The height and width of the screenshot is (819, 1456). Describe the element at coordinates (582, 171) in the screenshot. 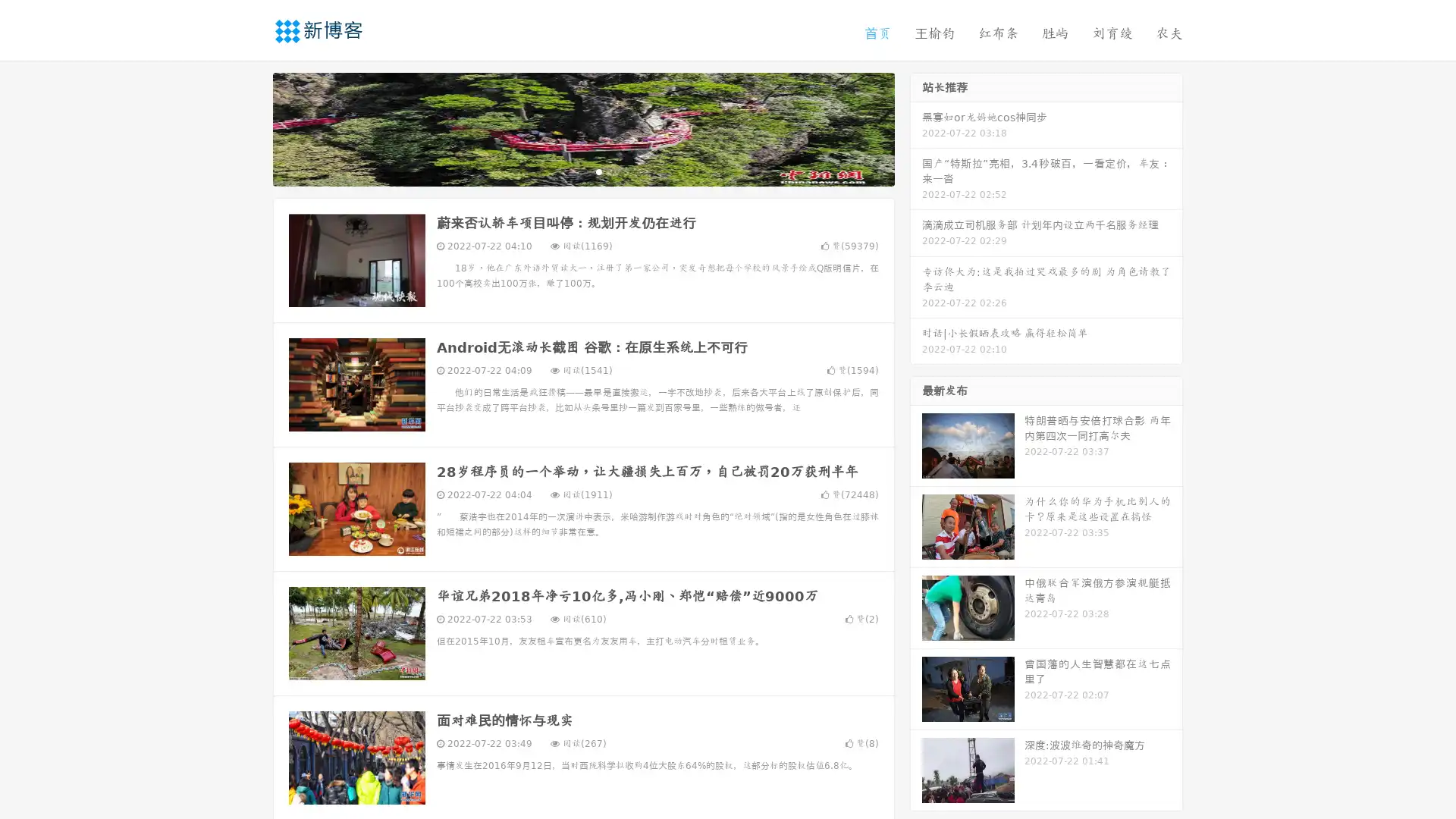

I see `Go to slide 2` at that location.